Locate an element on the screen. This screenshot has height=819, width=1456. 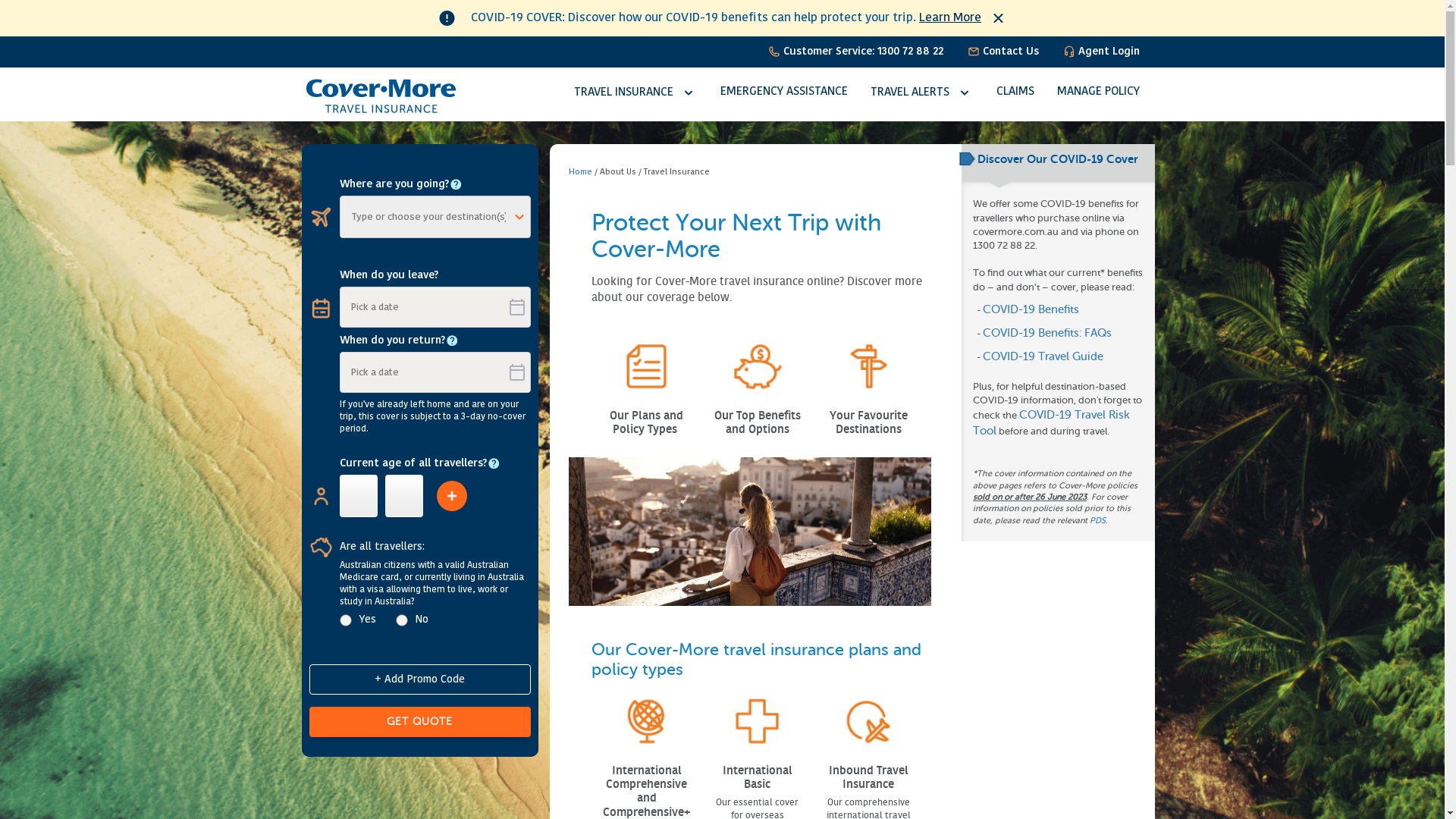
'TRAVEL INSURANCE' is located at coordinates (635, 93).